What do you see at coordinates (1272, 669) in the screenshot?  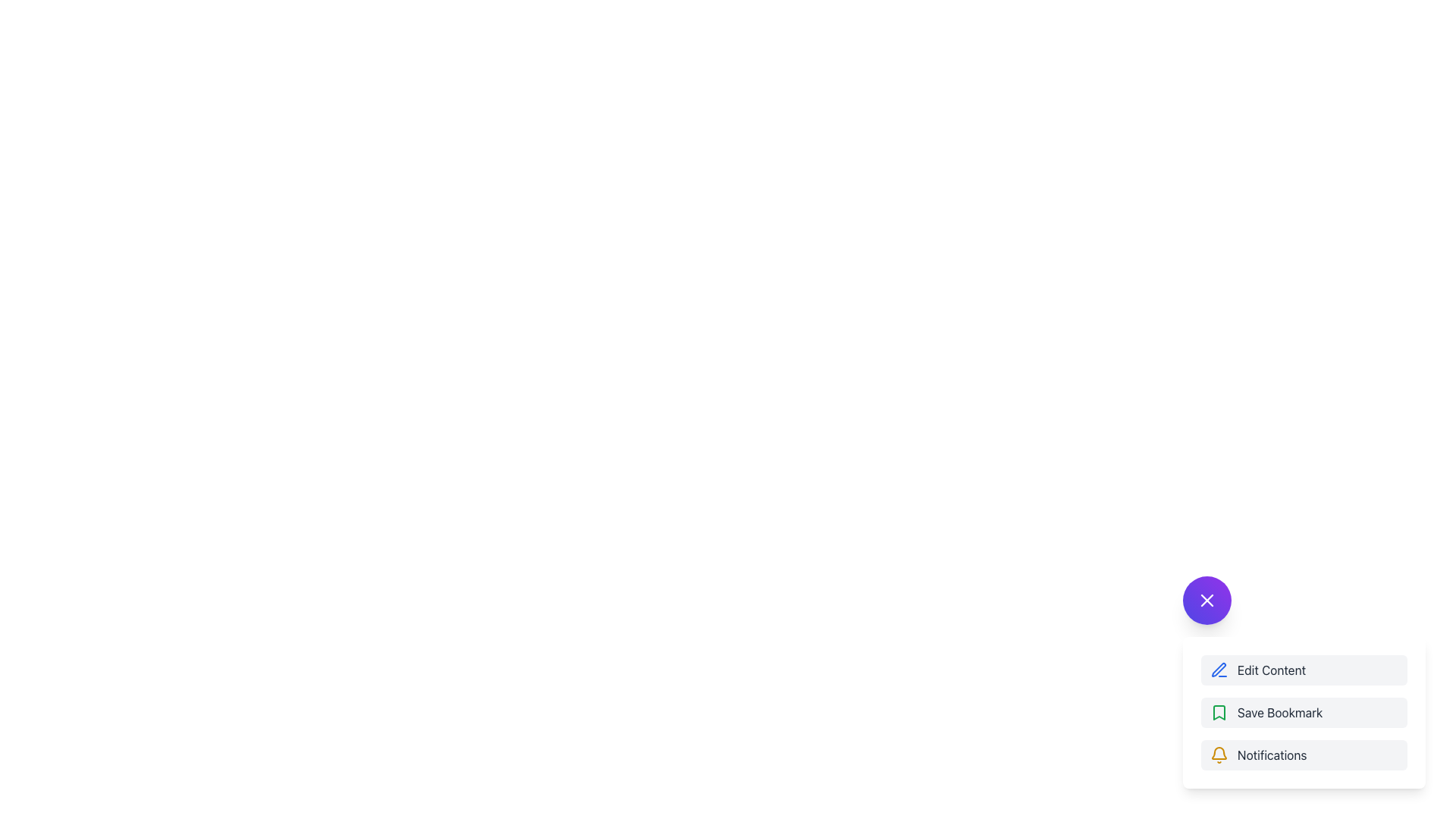 I see `text content of the Text Label located to the right of the pen icon in the first row of the vertical menu stack at the bottom-right corner of the application` at bounding box center [1272, 669].